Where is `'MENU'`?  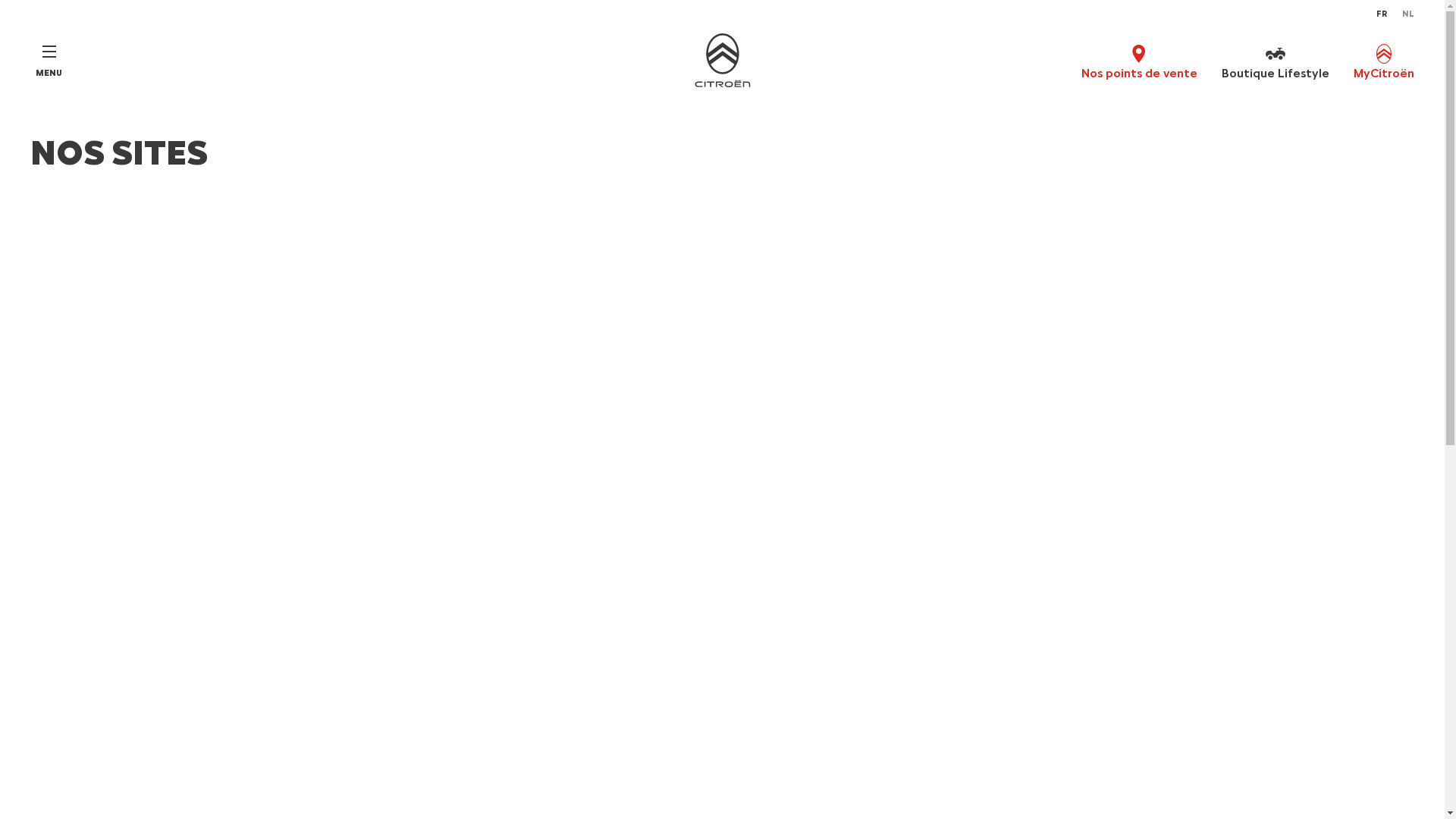
'MENU' is located at coordinates (30, 61).